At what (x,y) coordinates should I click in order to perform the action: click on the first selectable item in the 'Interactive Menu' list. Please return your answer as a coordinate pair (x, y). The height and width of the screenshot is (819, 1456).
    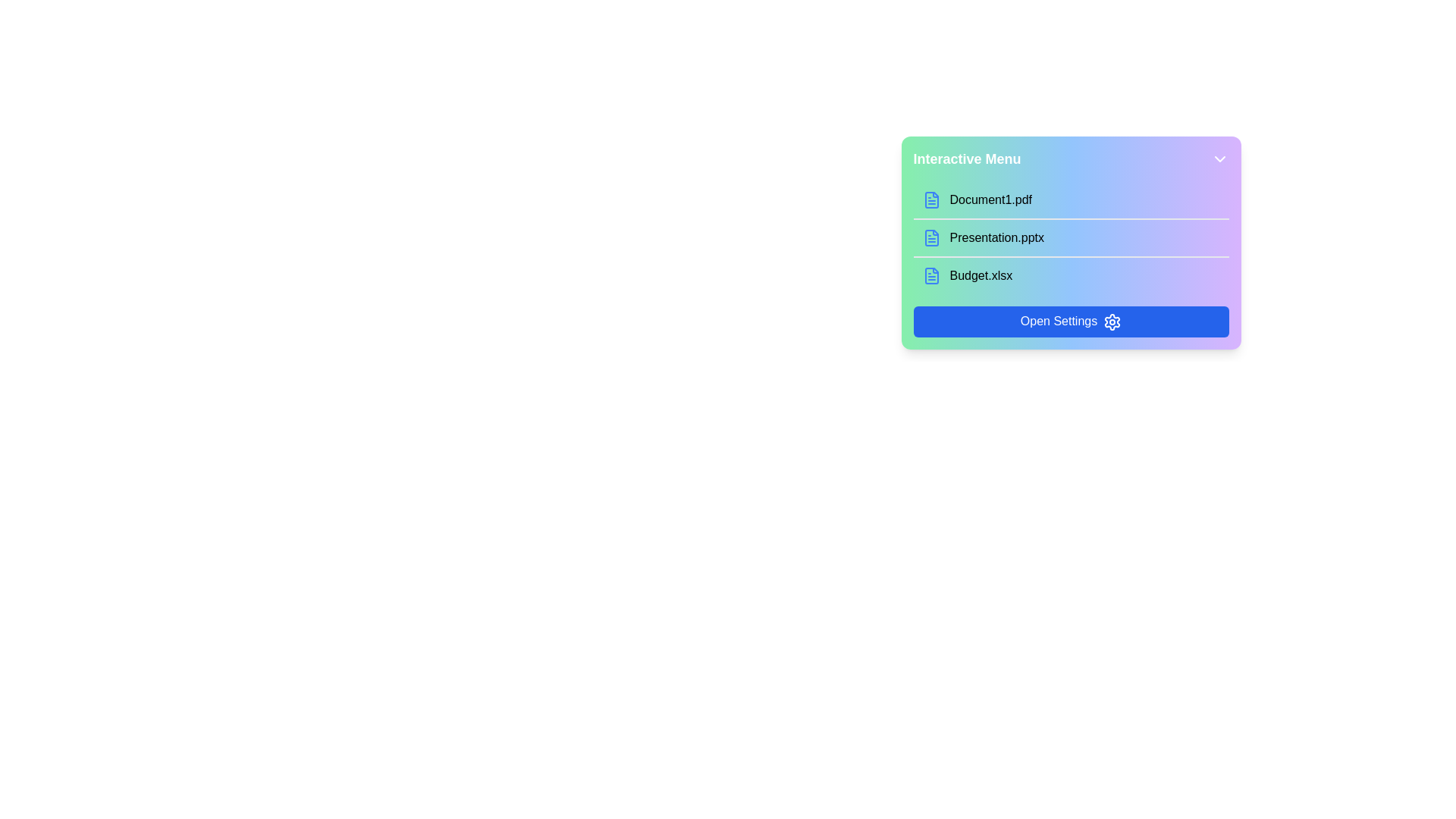
    Looking at the image, I should click on (1070, 199).